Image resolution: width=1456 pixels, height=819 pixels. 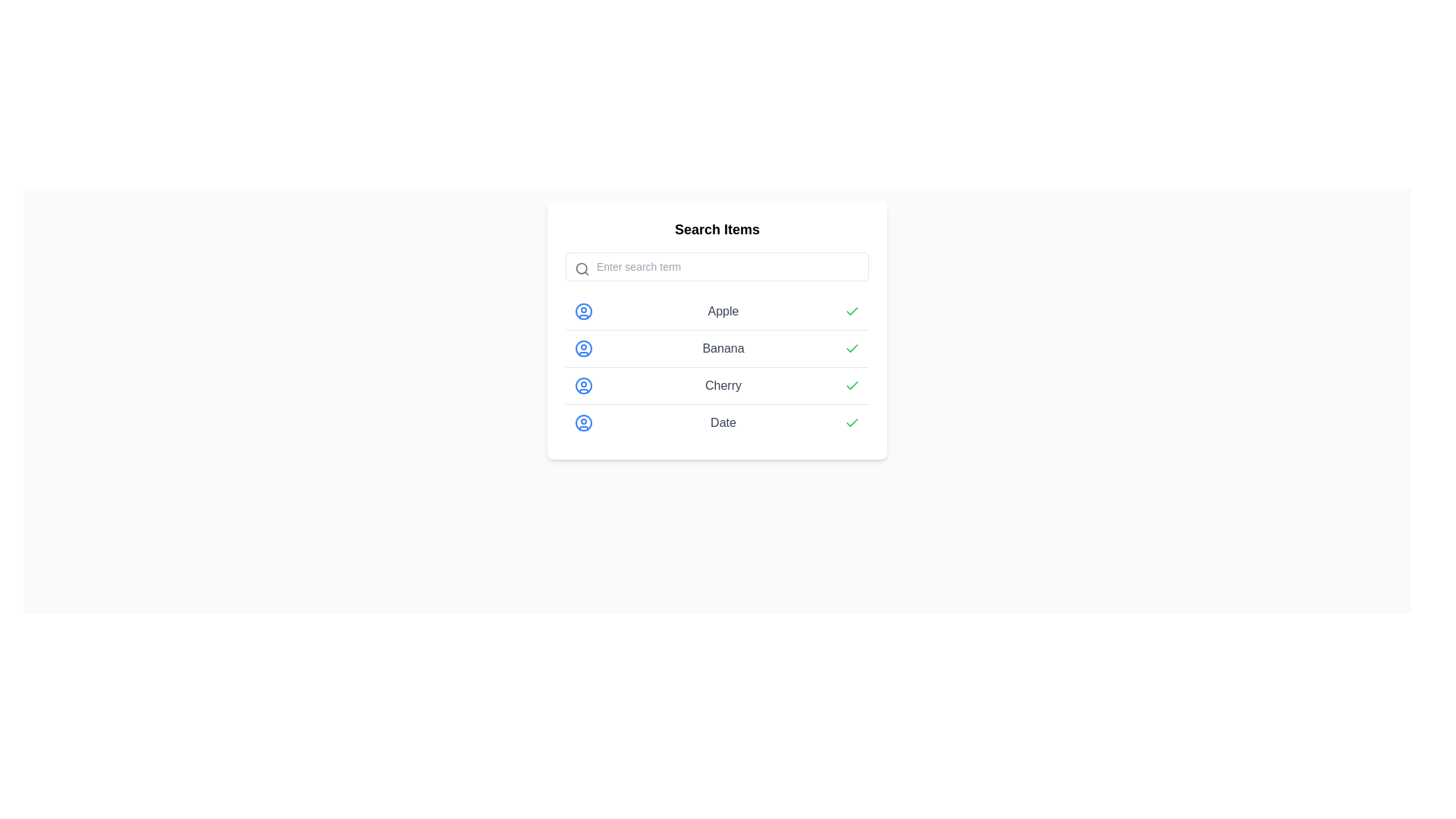 I want to click on the third item in the selectable list that displays 'Cherry', so click(x=716, y=384).